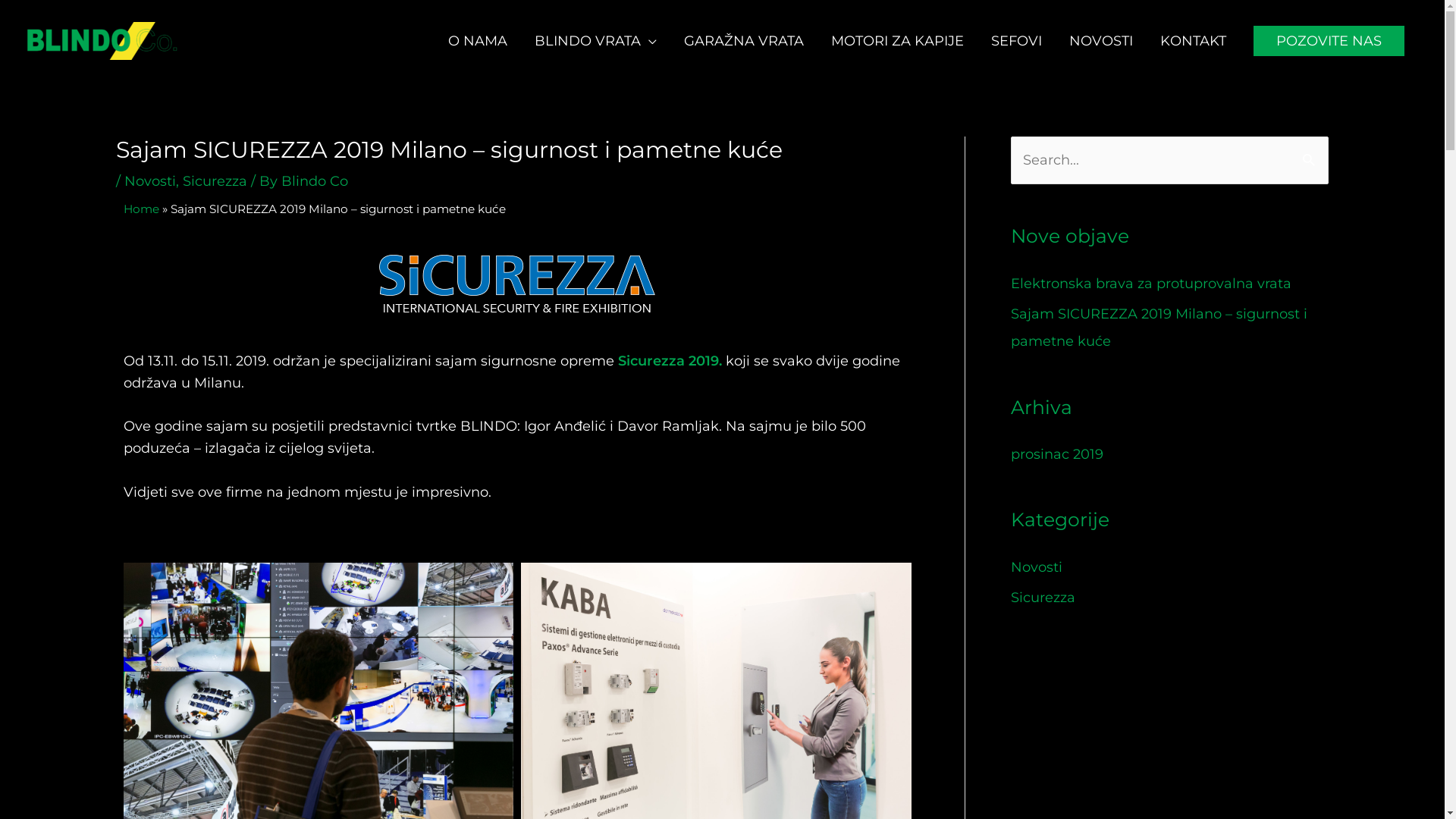 This screenshot has width=1456, height=819. Describe the element at coordinates (140, 209) in the screenshot. I see `'Home'` at that location.